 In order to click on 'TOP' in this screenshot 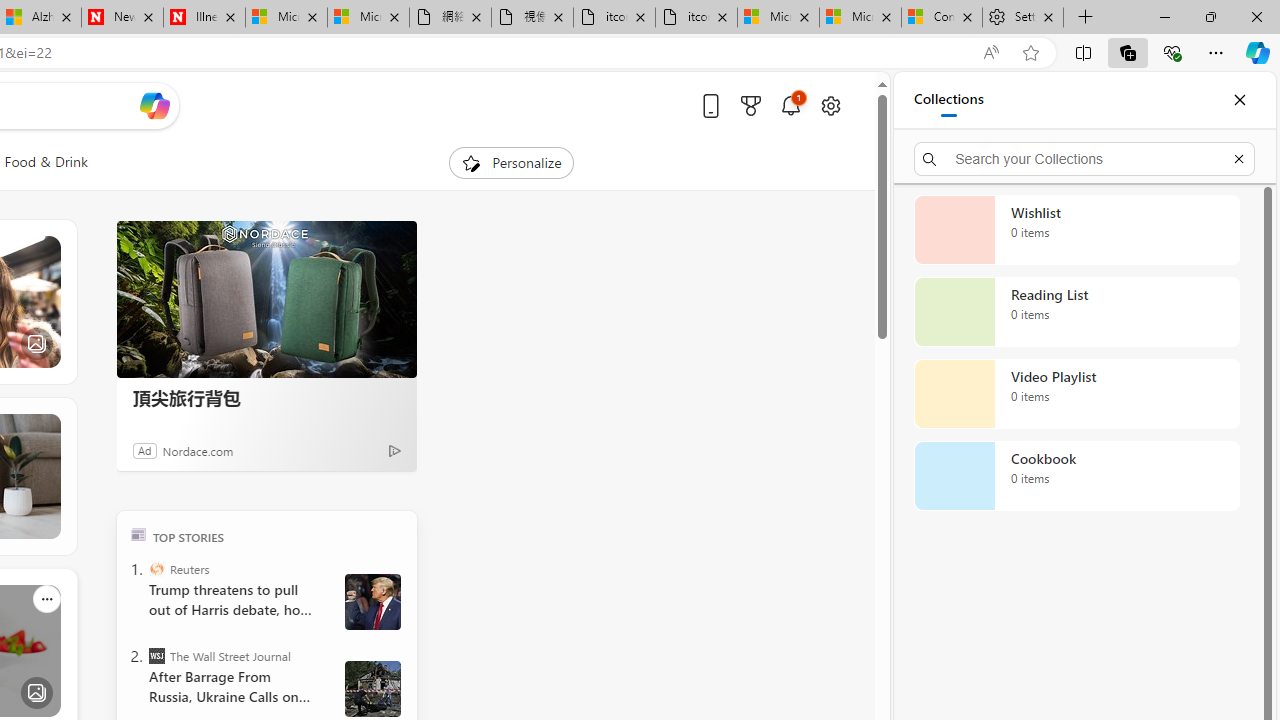, I will do `click(137, 533)`.